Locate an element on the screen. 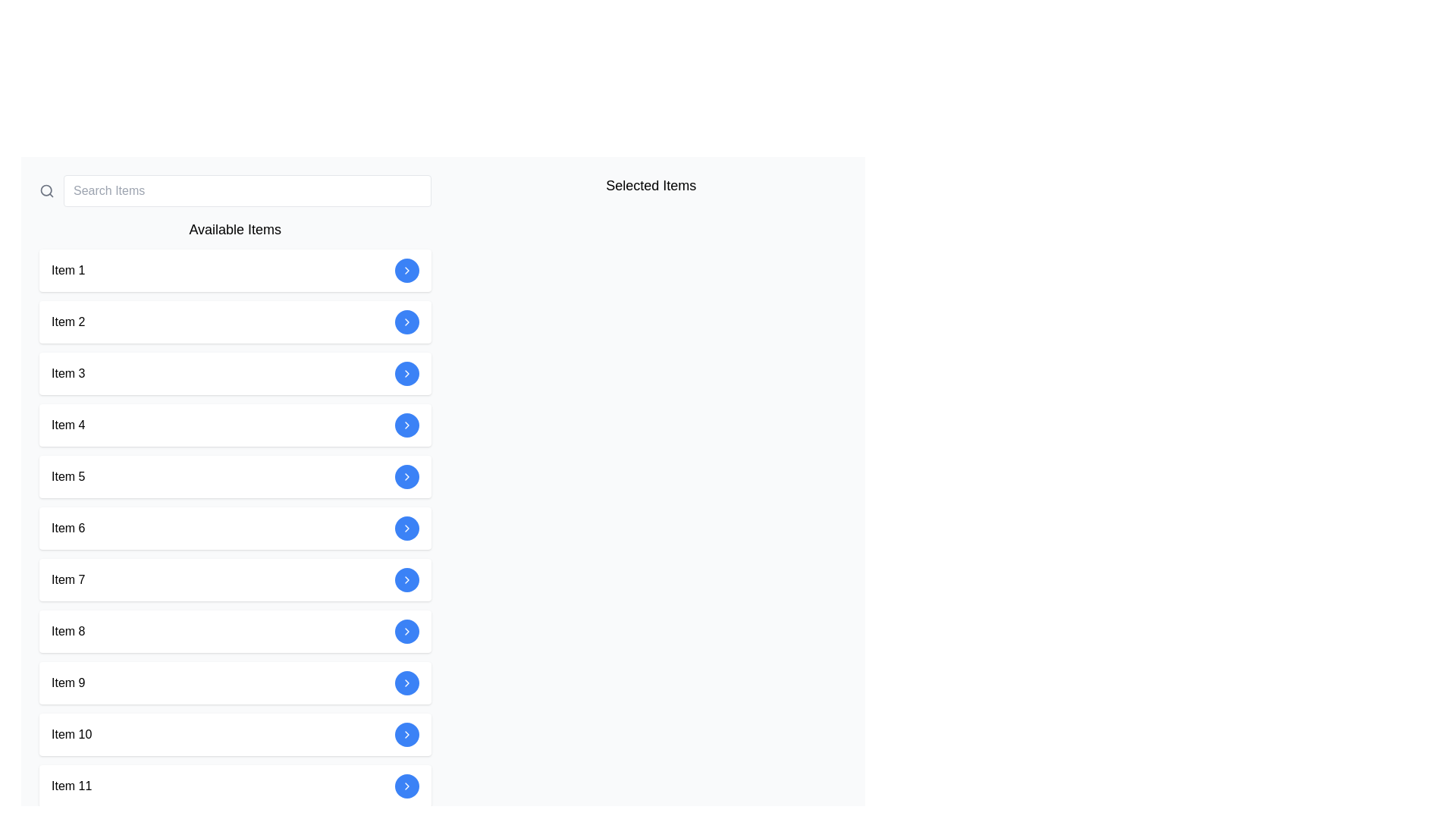 The image size is (1456, 819). the chevron icon button in the circular blue button corresponding to 'Item 11' in the list is located at coordinates (406, 786).